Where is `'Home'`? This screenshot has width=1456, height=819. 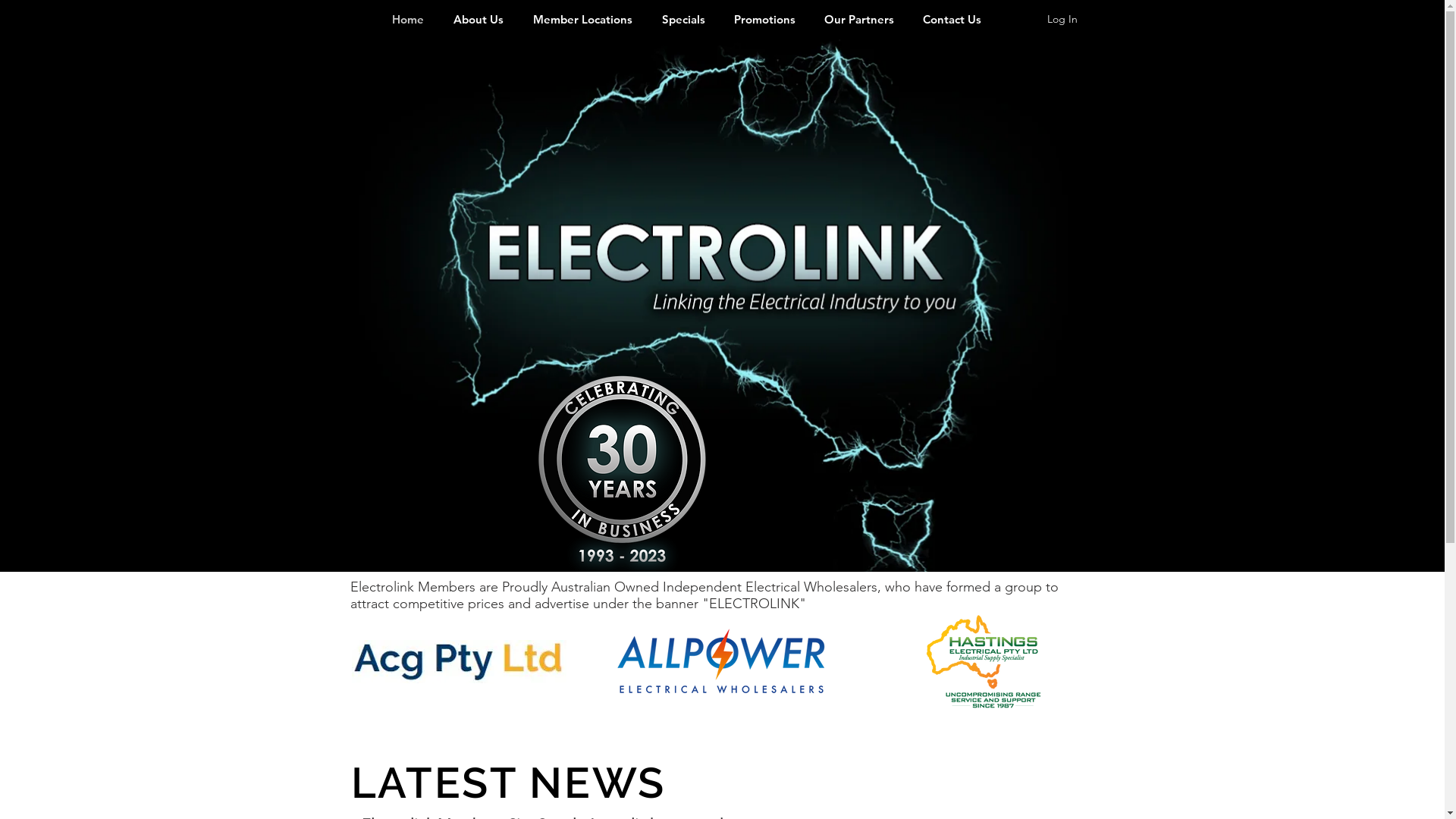
'Home' is located at coordinates (408, 19).